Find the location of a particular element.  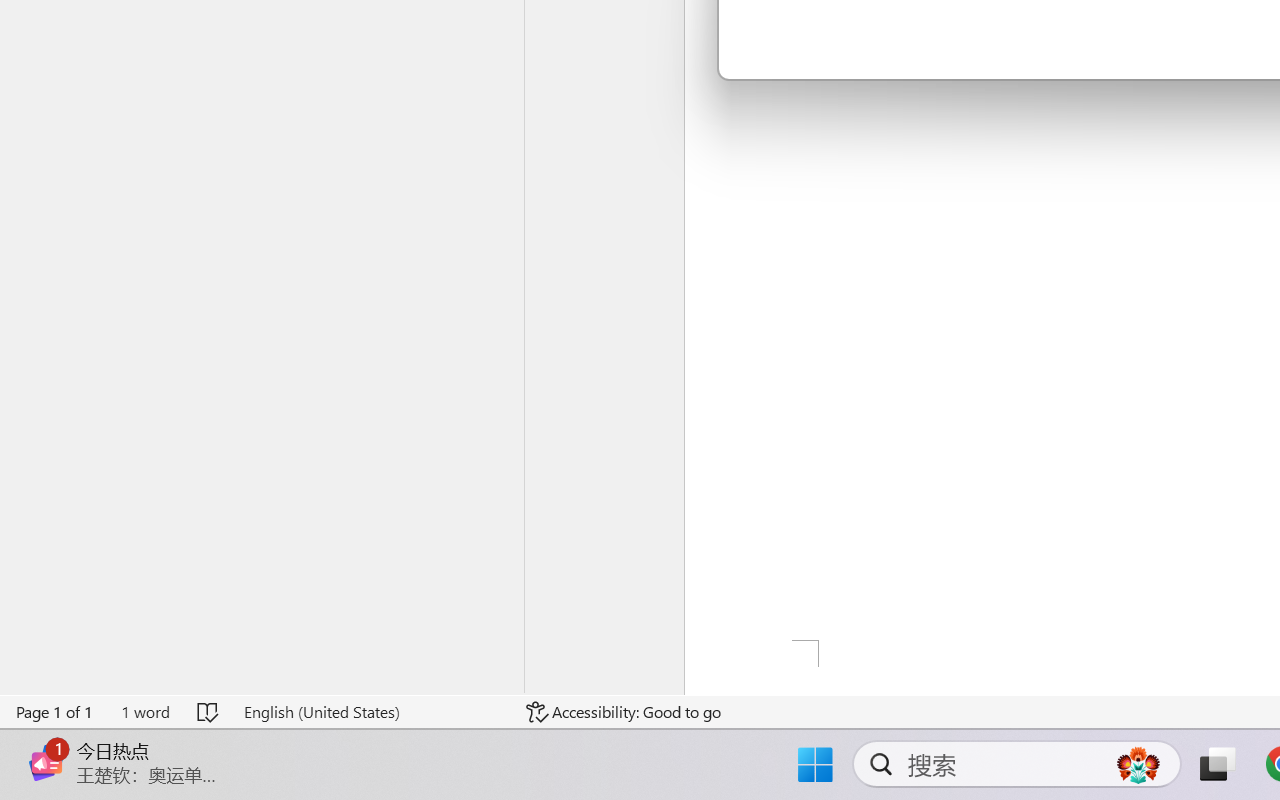

'Language English (United States)' is located at coordinates (371, 711).